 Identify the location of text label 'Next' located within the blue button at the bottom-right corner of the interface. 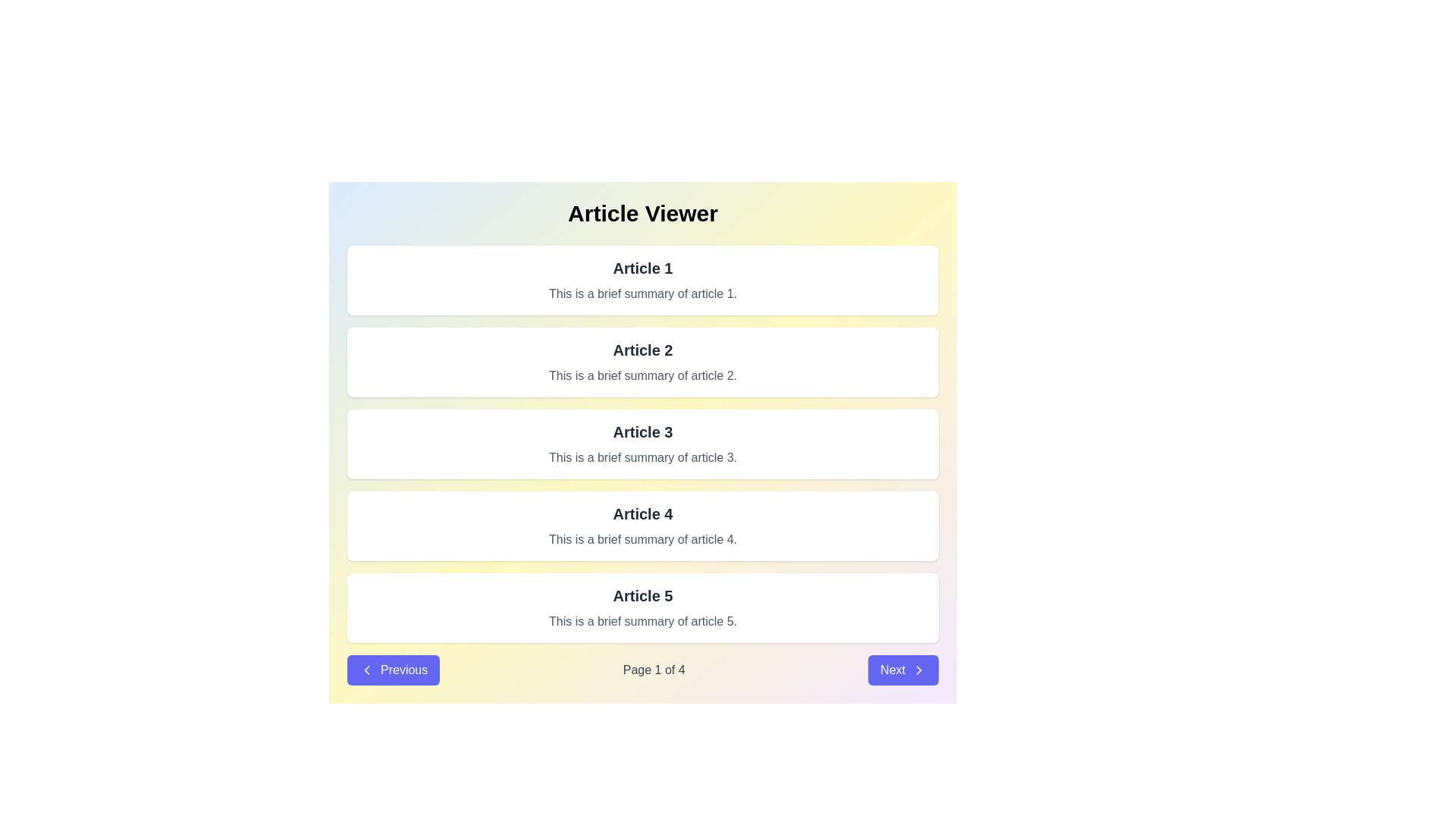
(893, 669).